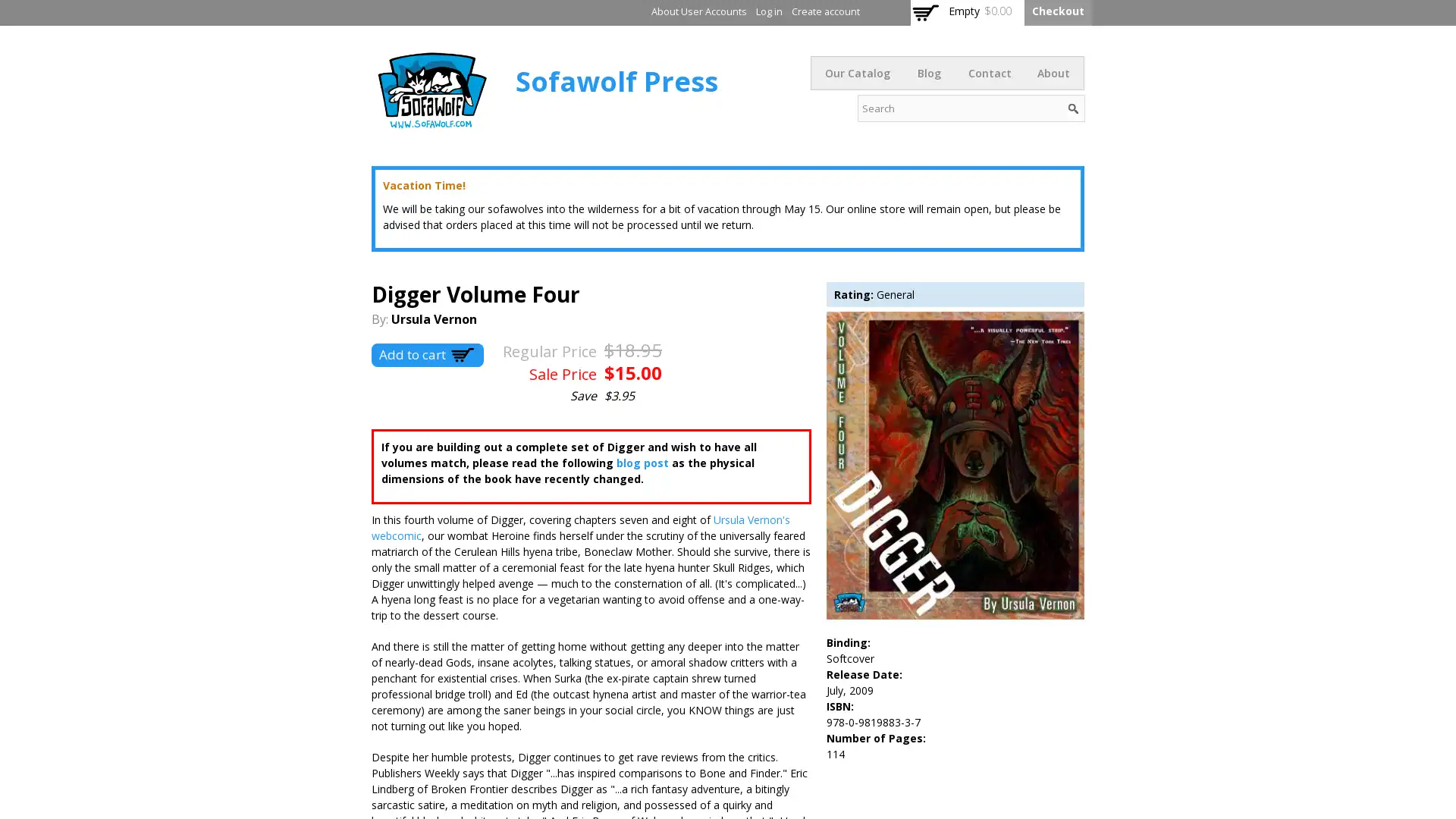 The image size is (1456, 819). What do you see at coordinates (1072, 106) in the screenshot?
I see `Apply` at bounding box center [1072, 106].